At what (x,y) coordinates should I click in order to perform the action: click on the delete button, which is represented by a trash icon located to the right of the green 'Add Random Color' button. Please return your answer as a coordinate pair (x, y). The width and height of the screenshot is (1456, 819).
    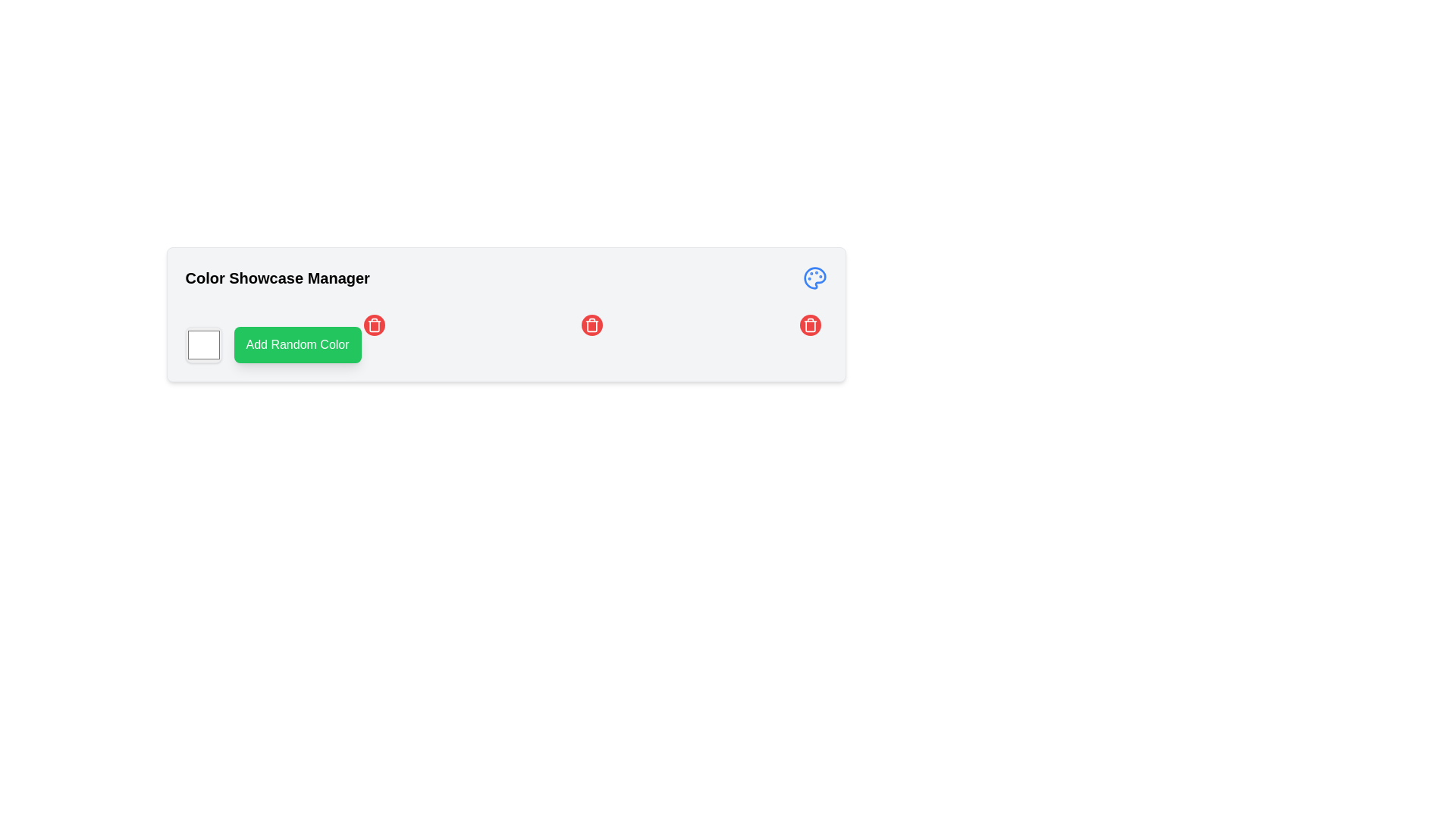
    Looking at the image, I should click on (374, 325).